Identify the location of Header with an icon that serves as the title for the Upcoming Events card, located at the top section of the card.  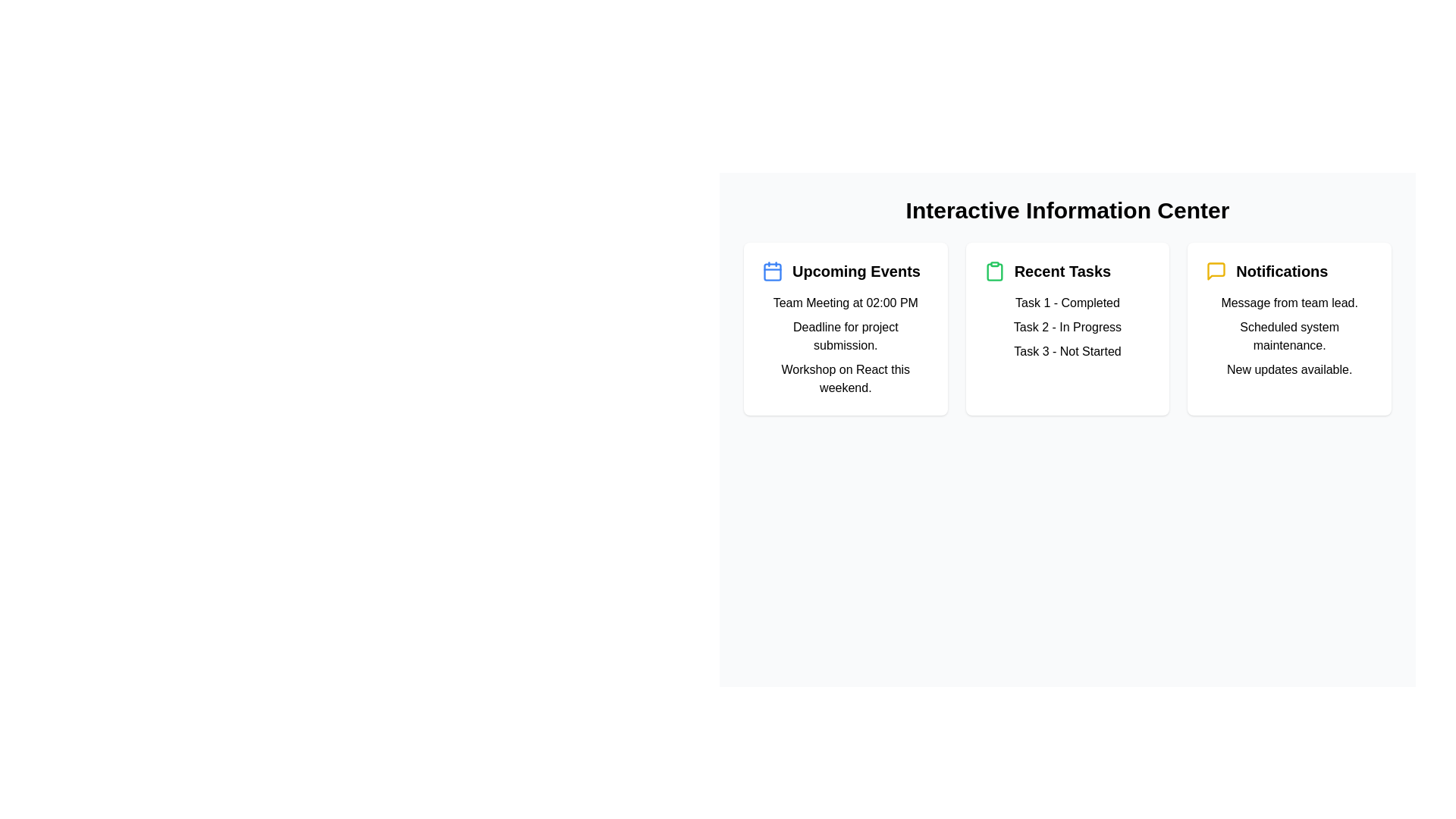
(845, 271).